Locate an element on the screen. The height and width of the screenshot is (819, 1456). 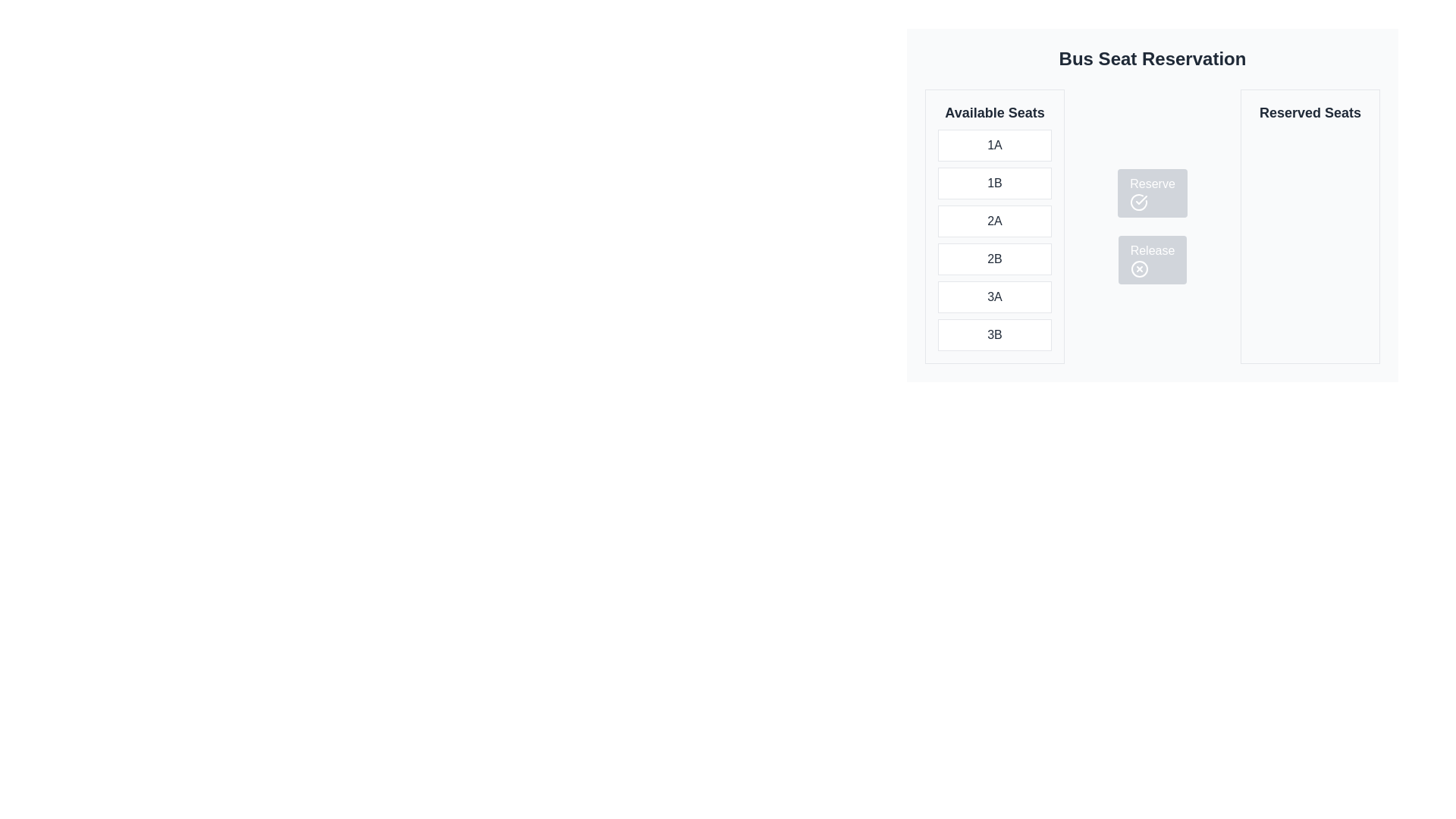
the status or appearance of the circular checkmark icon within the 'Reserve' button, which is visually distinct against the blue button background is located at coordinates (1139, 201).